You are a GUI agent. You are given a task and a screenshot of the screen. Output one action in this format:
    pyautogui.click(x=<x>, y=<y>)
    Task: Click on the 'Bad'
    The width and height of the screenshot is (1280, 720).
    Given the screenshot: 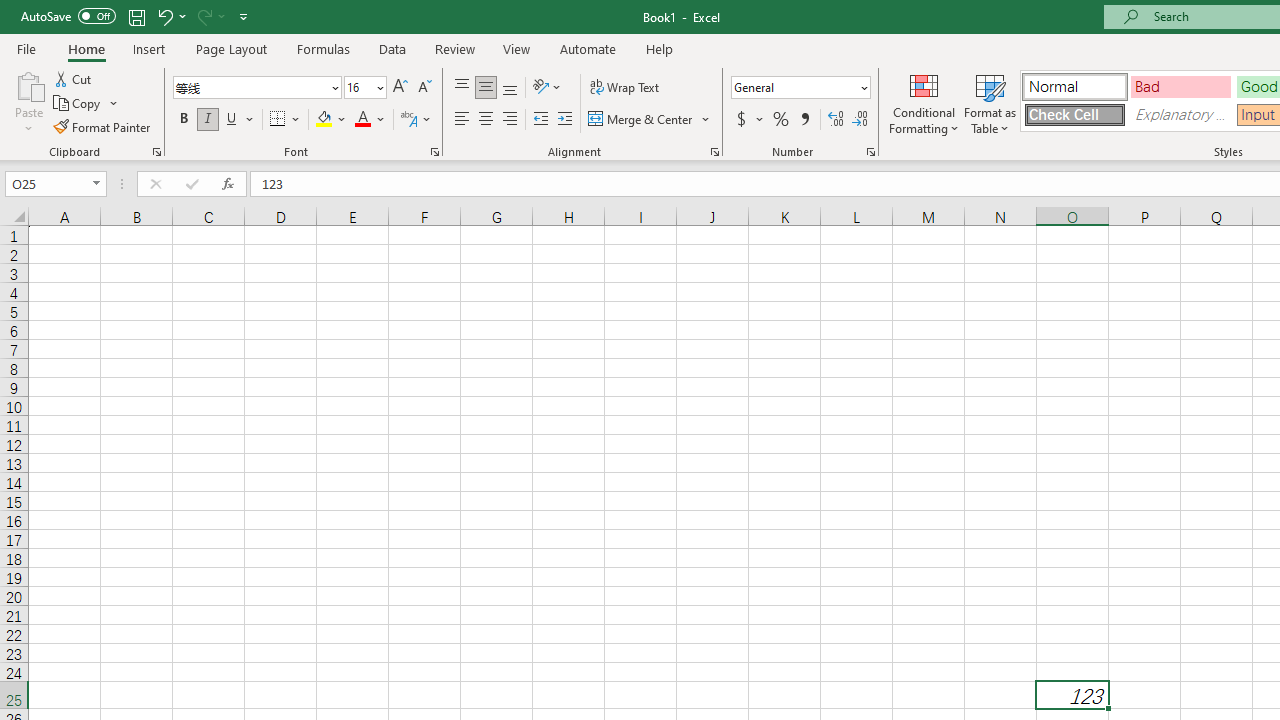 What is the action you would take?
    pyautogui.click(x=1180, y=85)
    